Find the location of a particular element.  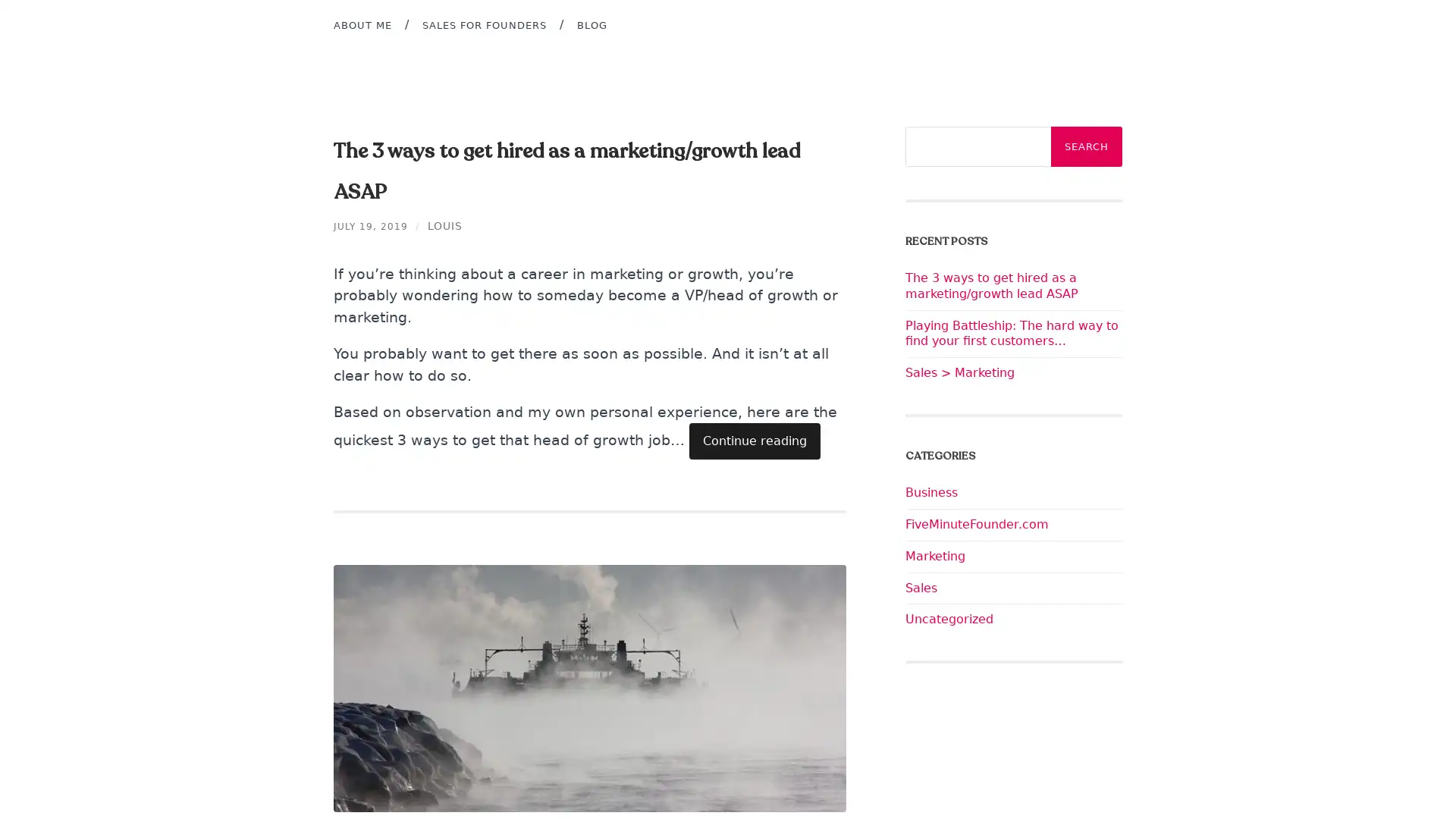

Search is located at coordinates (1086, 146).